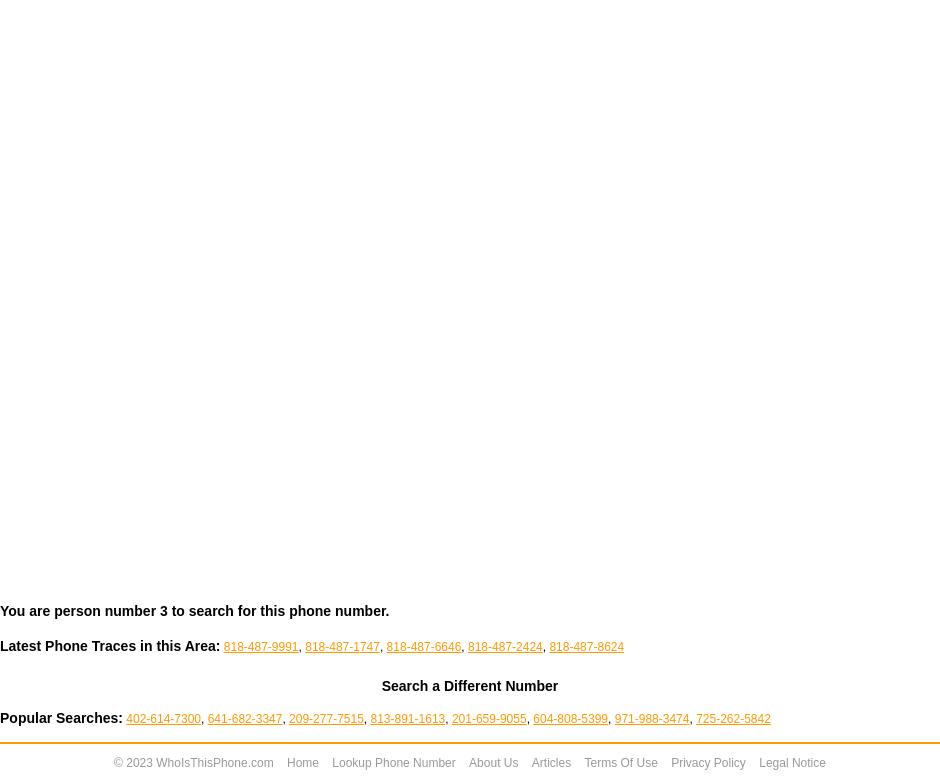 The width and height of the screenshot is (940, 783). I want to click on '818-487-6646', so click(423, 645).